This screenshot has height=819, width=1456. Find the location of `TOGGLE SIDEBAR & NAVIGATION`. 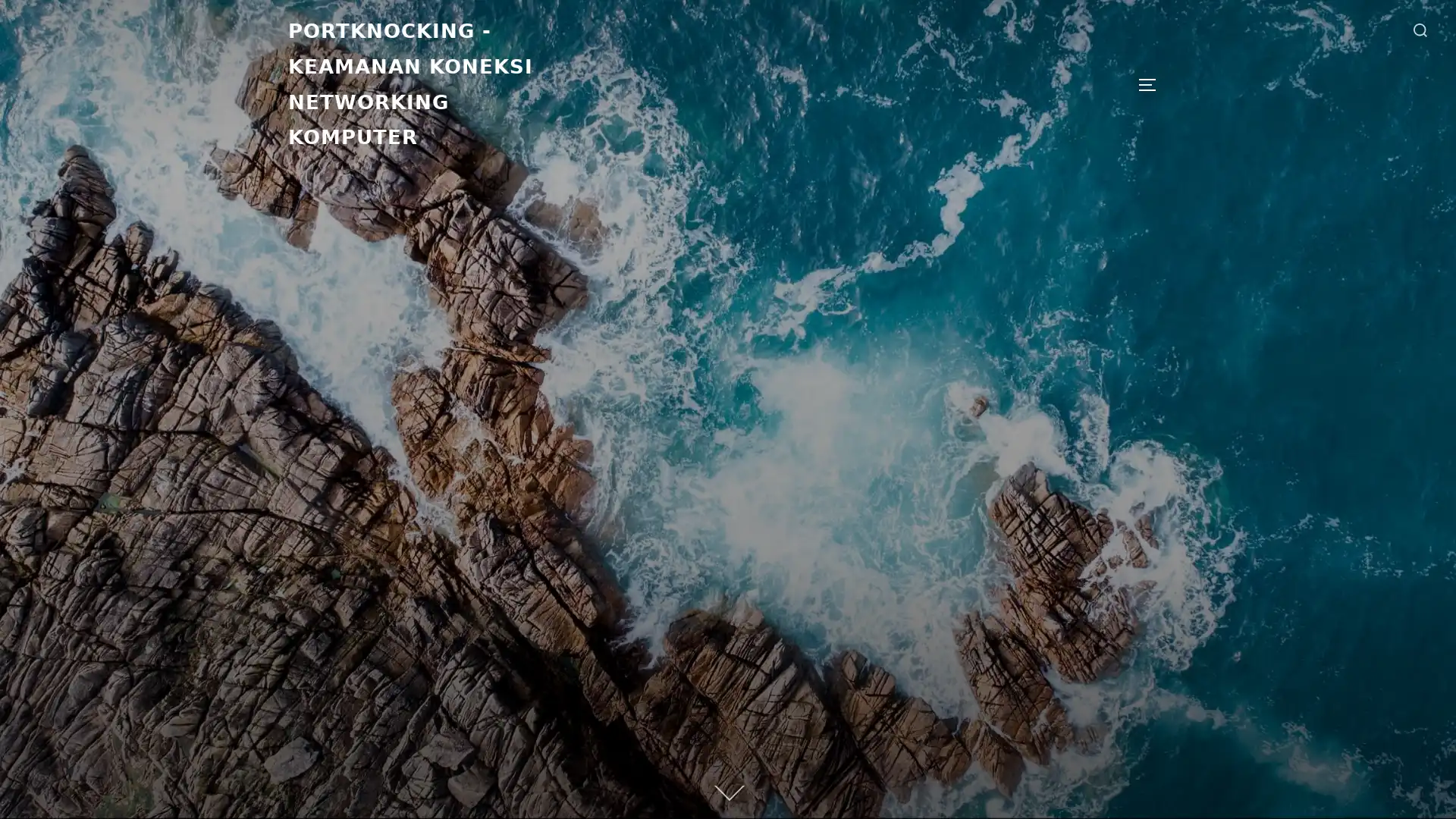

TOGGLE SIDEBAR & NAVIGATION is located at coordinates (1153, 84).